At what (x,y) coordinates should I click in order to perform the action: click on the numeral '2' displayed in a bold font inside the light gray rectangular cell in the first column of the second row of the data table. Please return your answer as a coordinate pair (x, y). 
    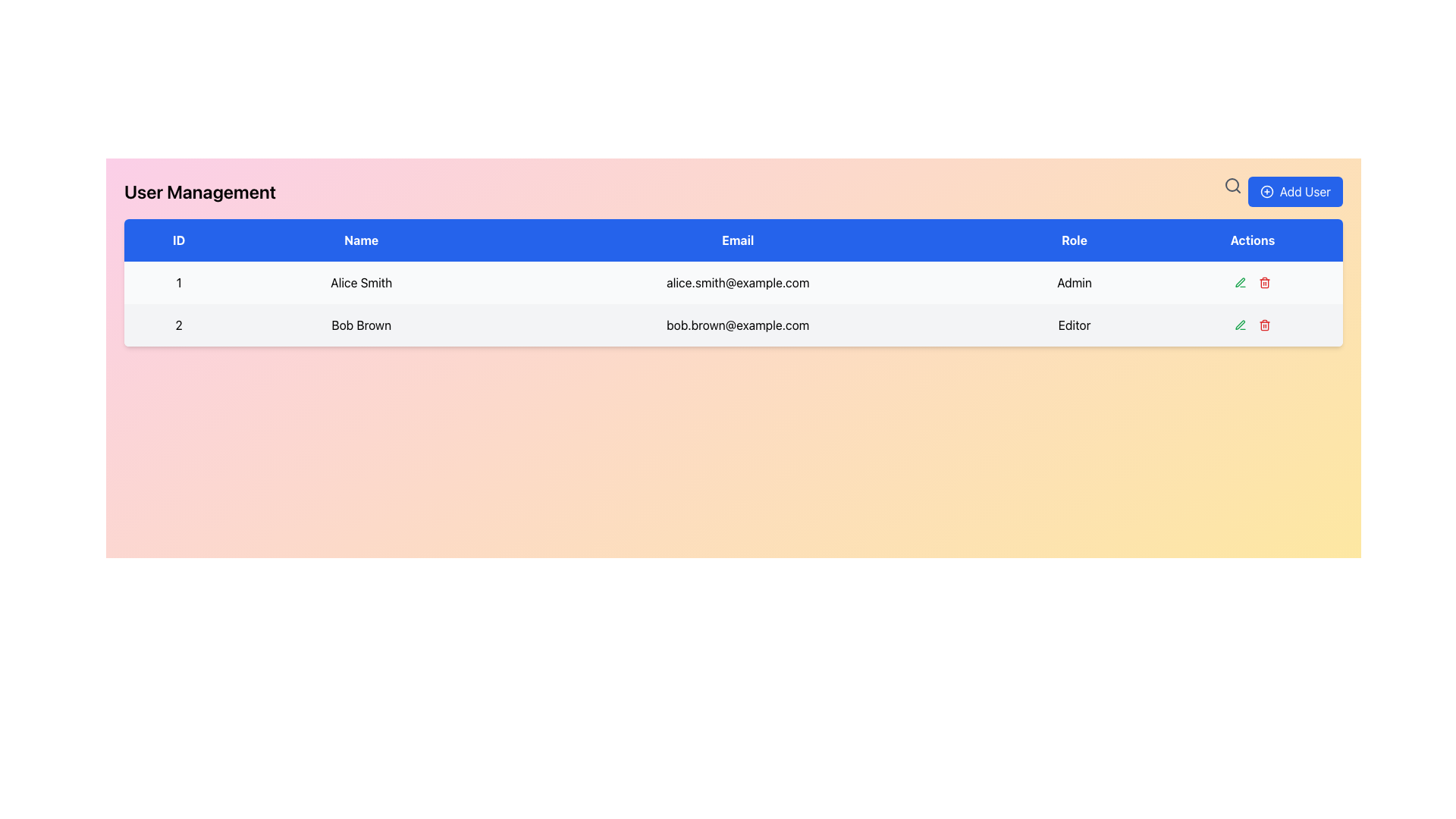
    Looking at the image, I should click on (179, 324).